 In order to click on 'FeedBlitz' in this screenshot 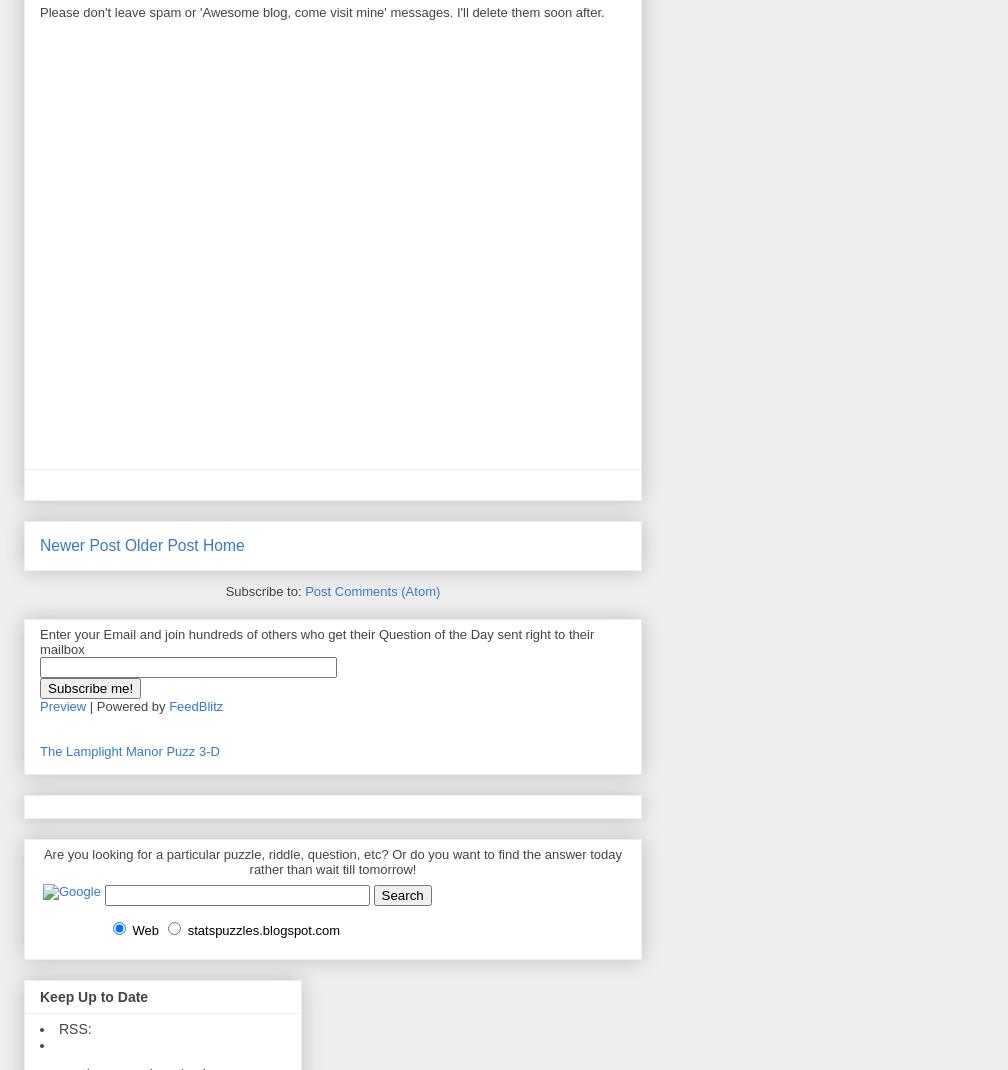, I will do `click(195, 705)`.